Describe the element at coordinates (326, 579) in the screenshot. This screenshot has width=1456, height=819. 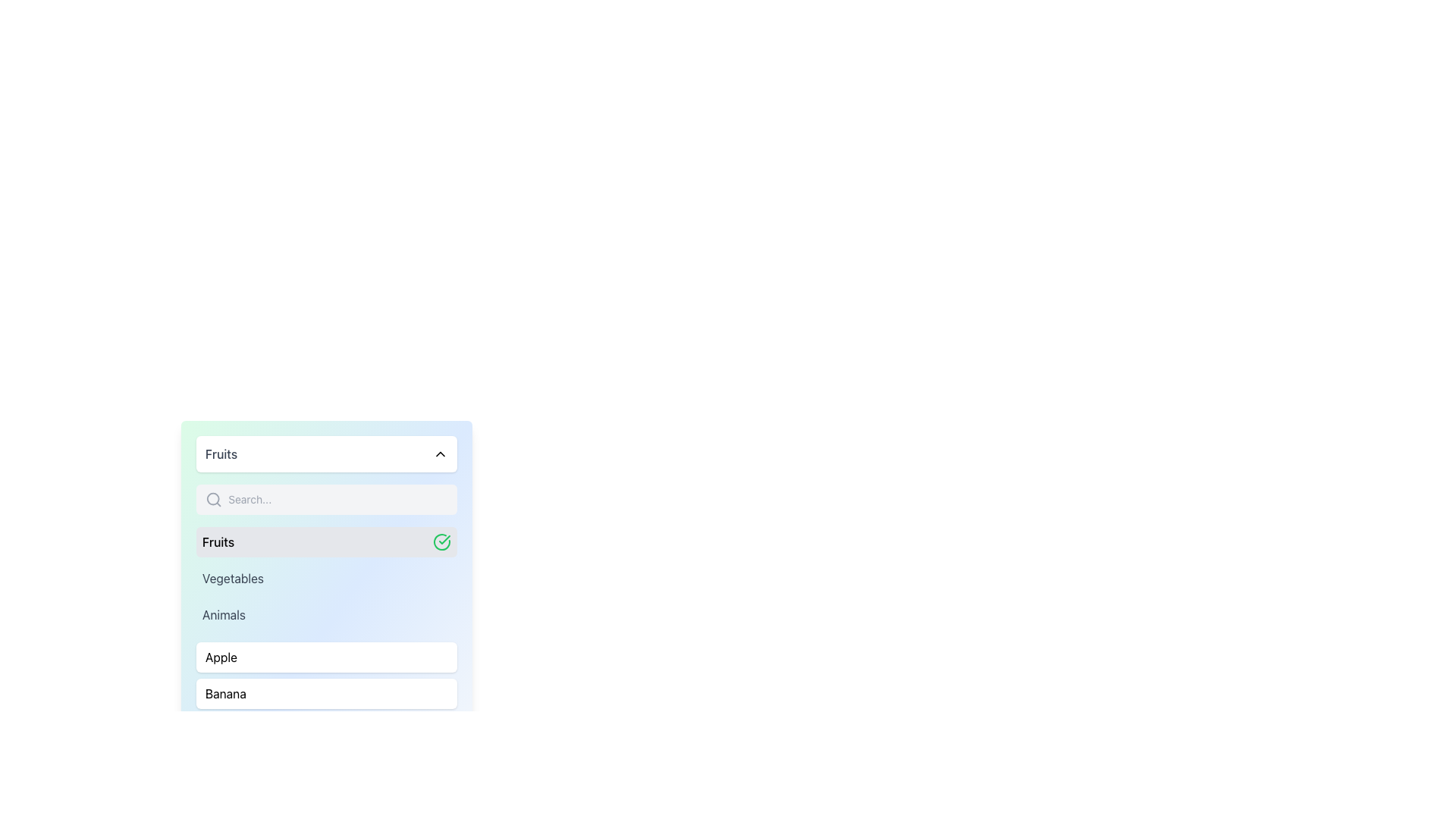
I see `the 'Vegetables' list item, which is the second item in the list` at that location.